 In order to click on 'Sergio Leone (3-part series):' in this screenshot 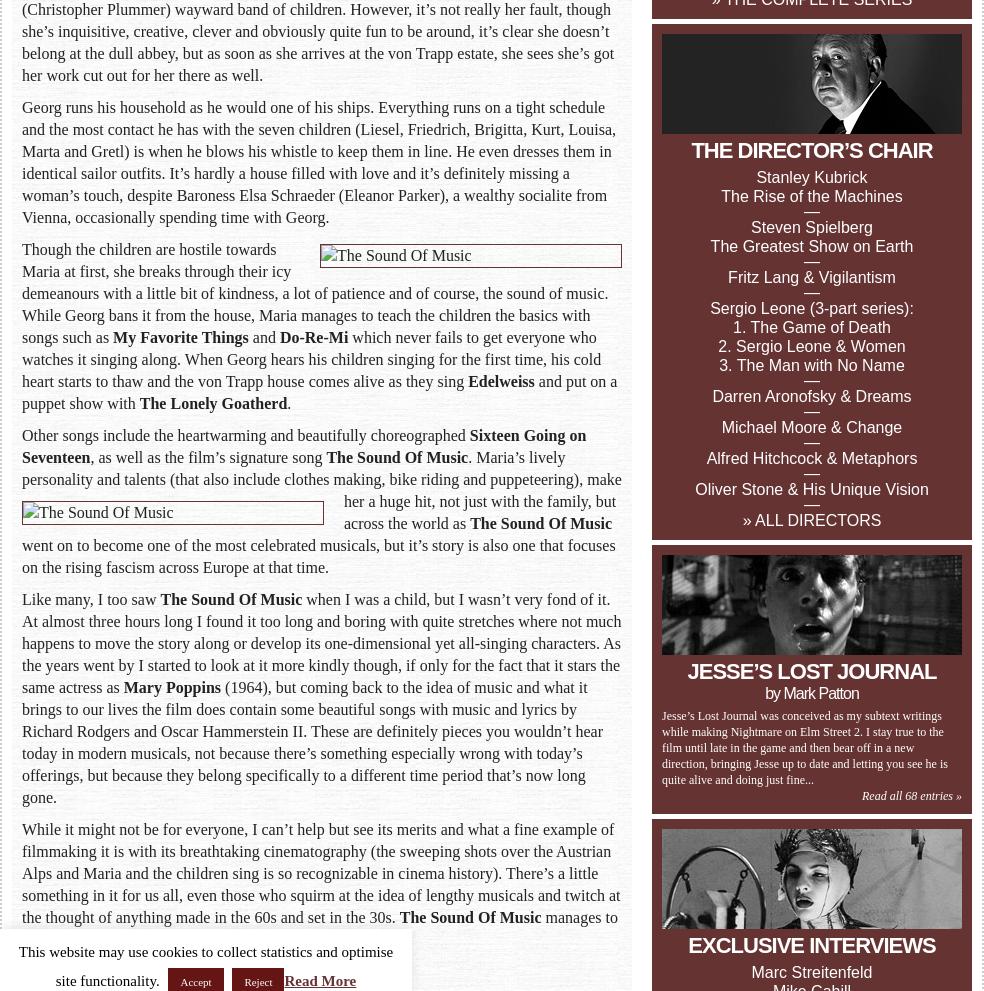, I will do `click(810, 307)`.